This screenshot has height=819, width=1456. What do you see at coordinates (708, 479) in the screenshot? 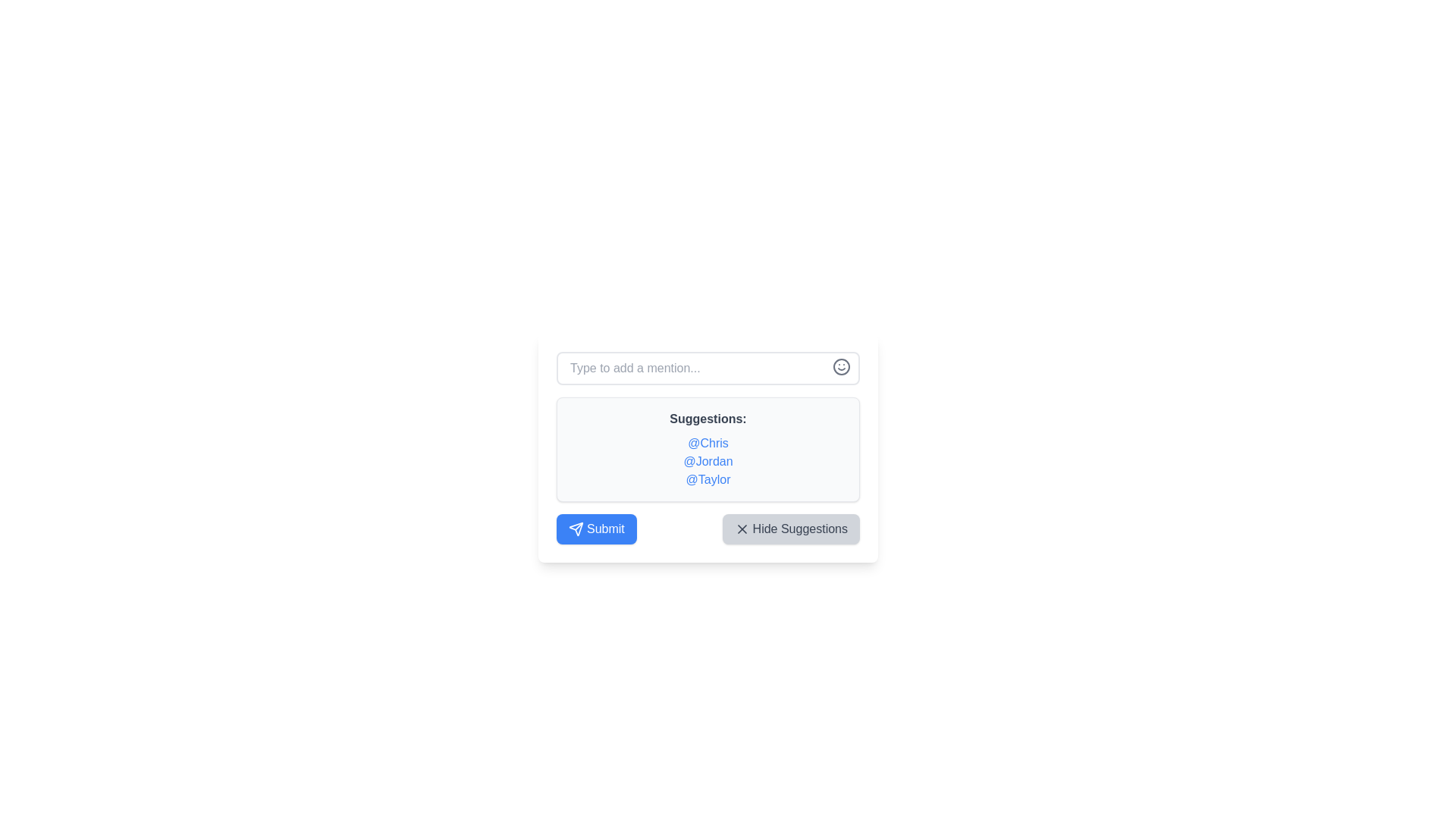
I see `the clickable mention suggestion '@Taylor' using keyboard navigation` at bounding box center [708, 479].